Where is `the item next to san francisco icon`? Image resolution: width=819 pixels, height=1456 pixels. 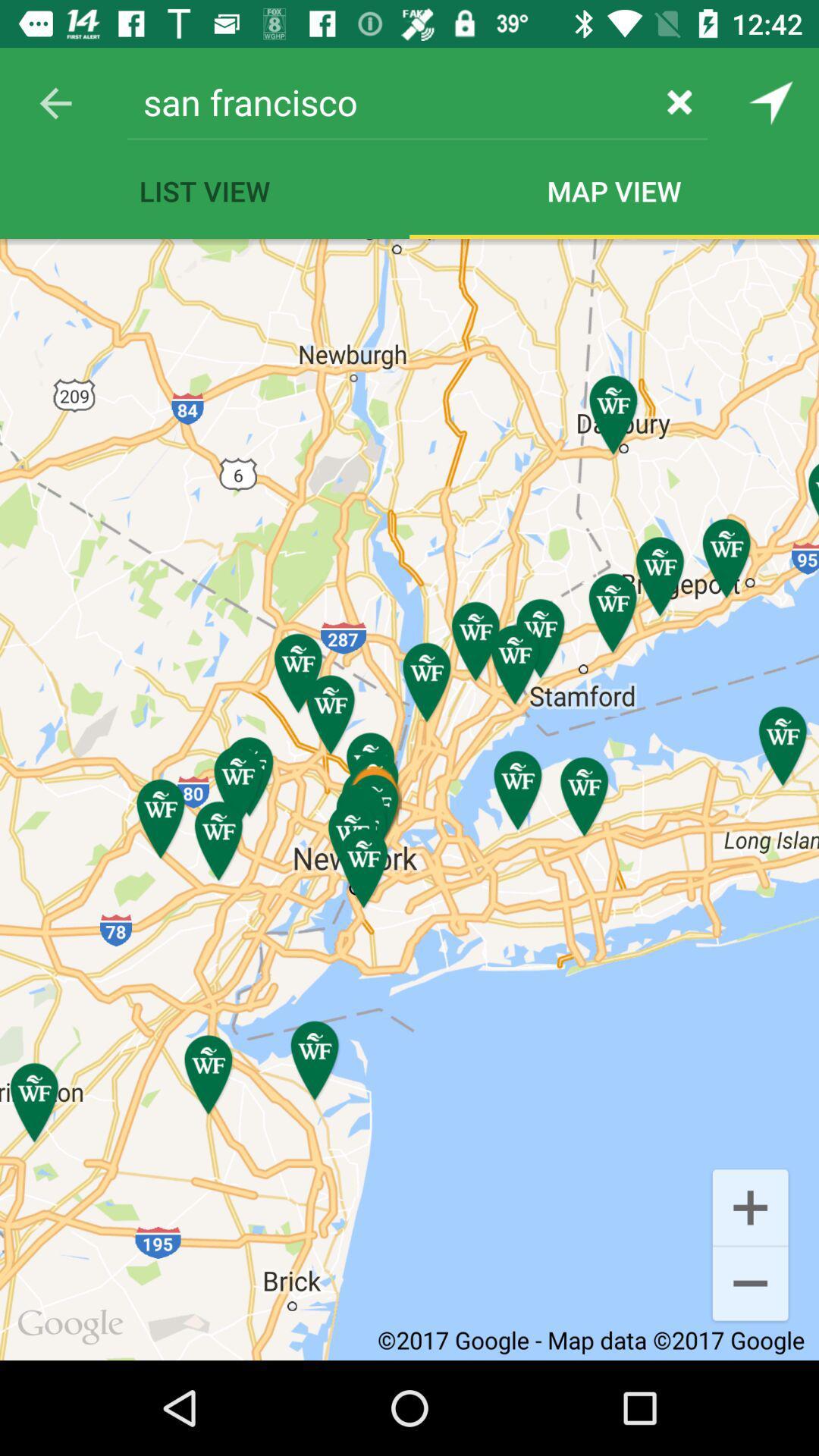
the item next to san francisco icon is located at coordinates (55, 102).